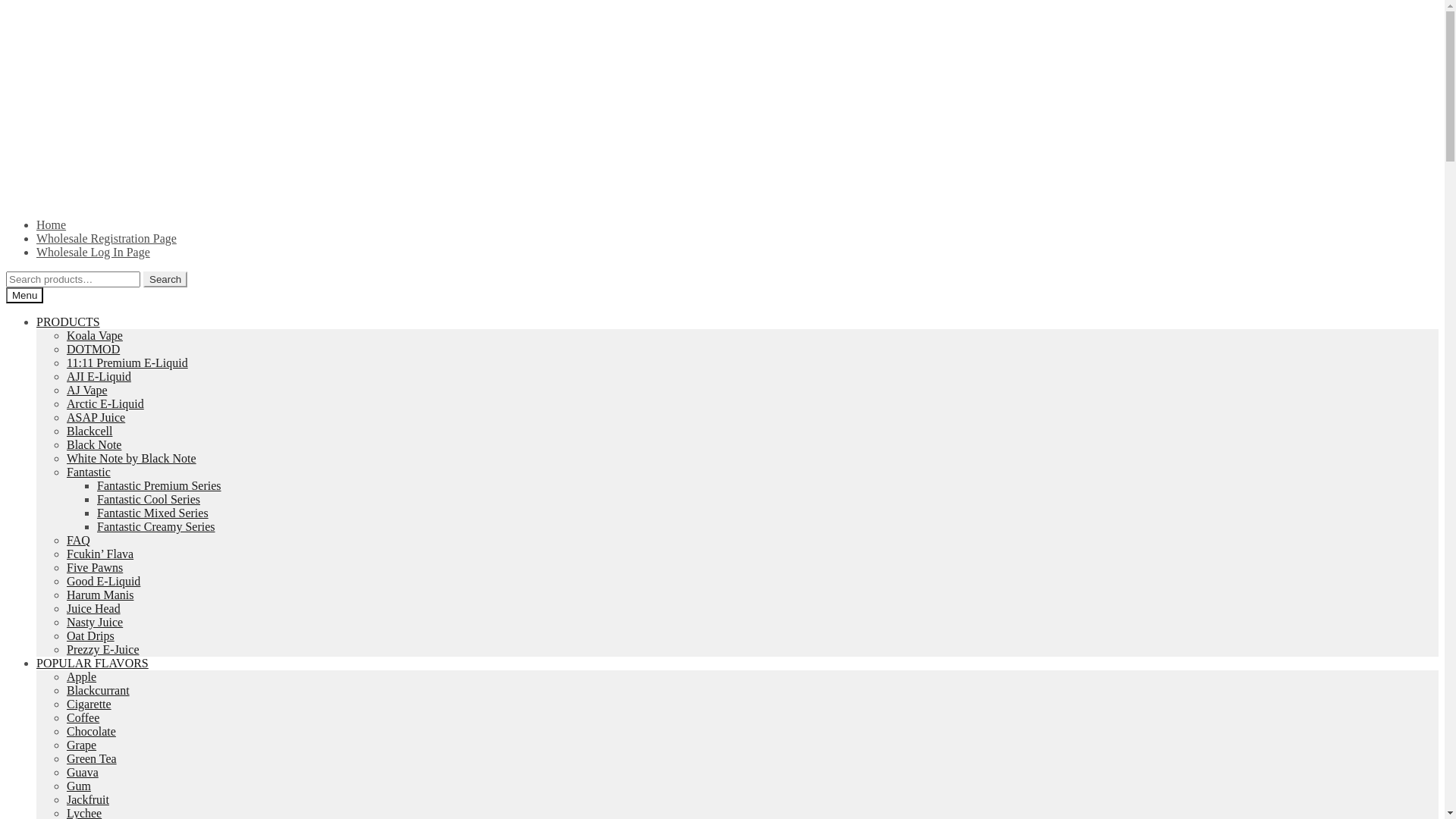 The image size is (1456, 819). I want to click on 'FAQ', so click(65, 539).